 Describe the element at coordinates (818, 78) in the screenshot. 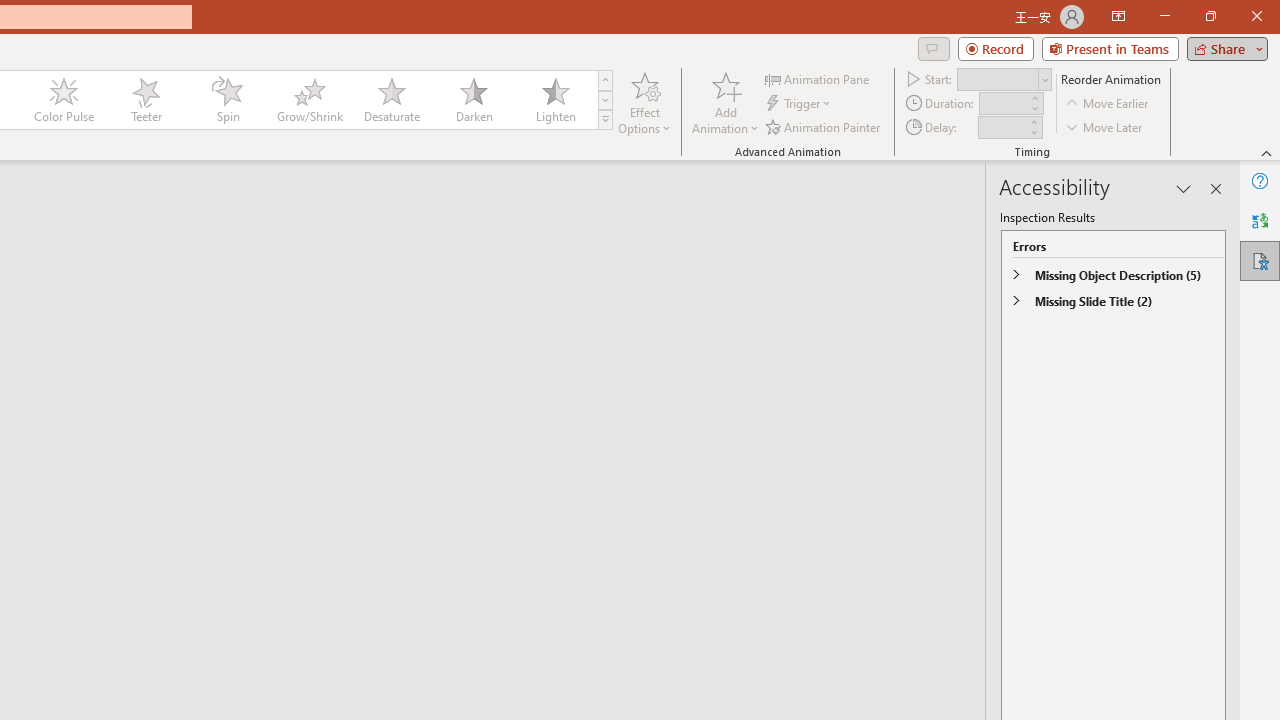

I see `'Animation Pane'` at that location.